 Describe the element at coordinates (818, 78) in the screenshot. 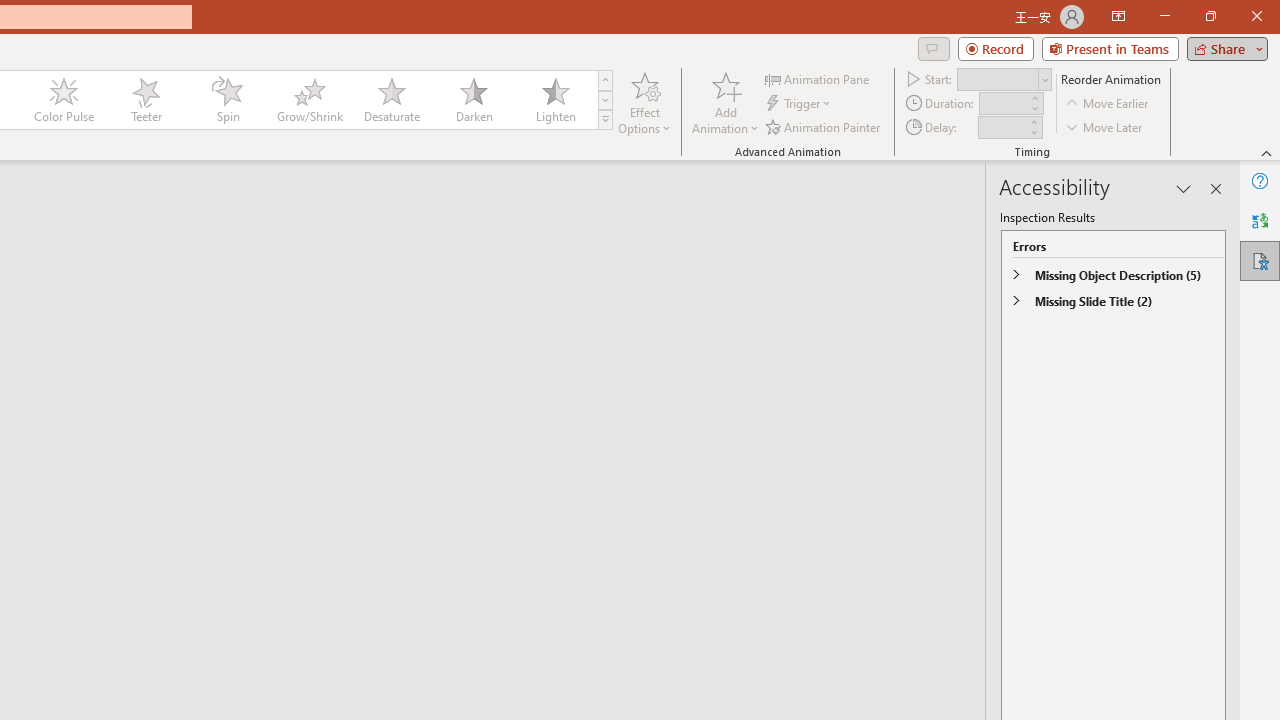

I see `'Animation Pane'` at that location.